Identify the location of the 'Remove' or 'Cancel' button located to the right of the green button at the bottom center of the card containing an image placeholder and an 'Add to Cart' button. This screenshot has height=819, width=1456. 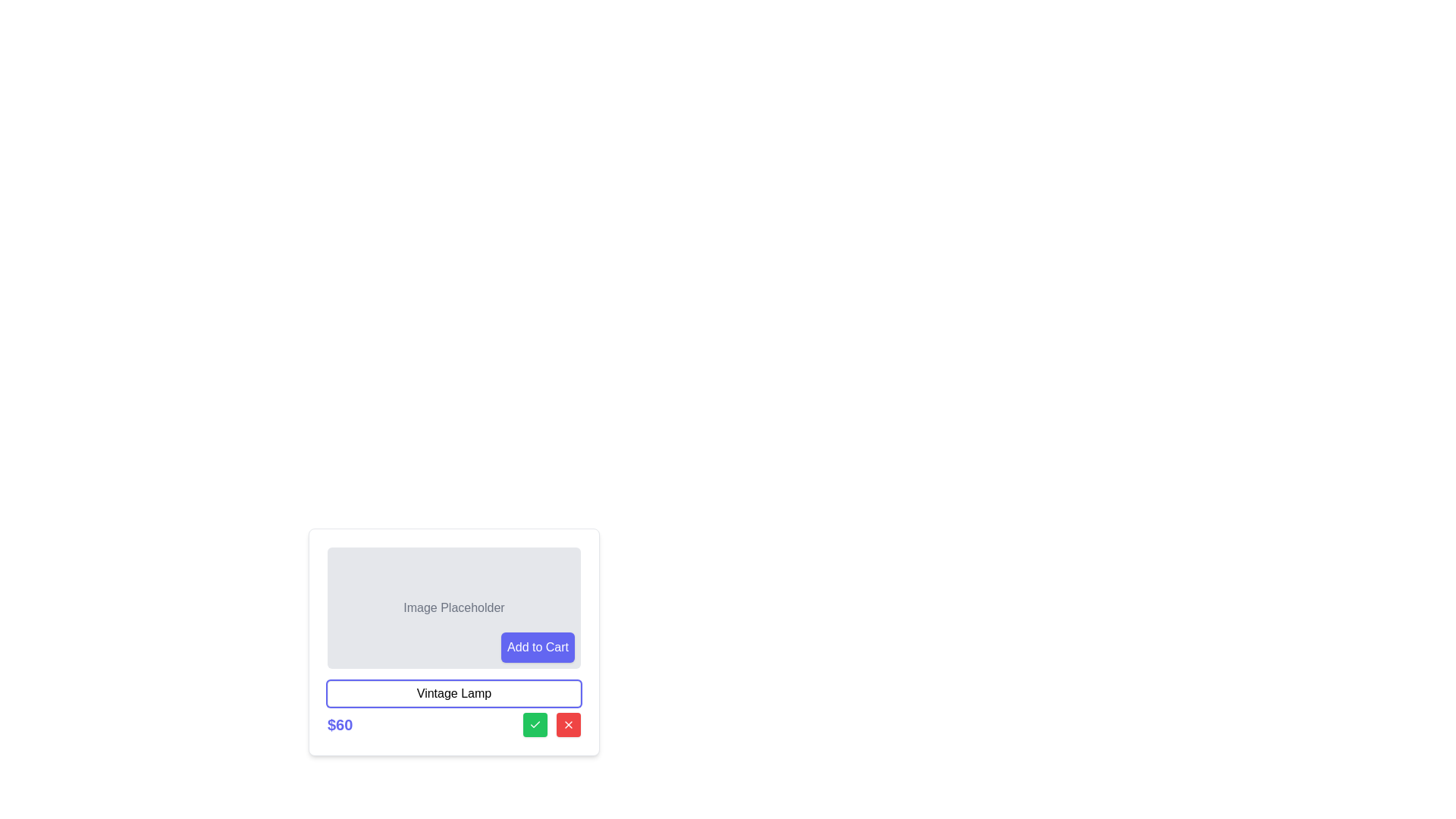
(567, 724).